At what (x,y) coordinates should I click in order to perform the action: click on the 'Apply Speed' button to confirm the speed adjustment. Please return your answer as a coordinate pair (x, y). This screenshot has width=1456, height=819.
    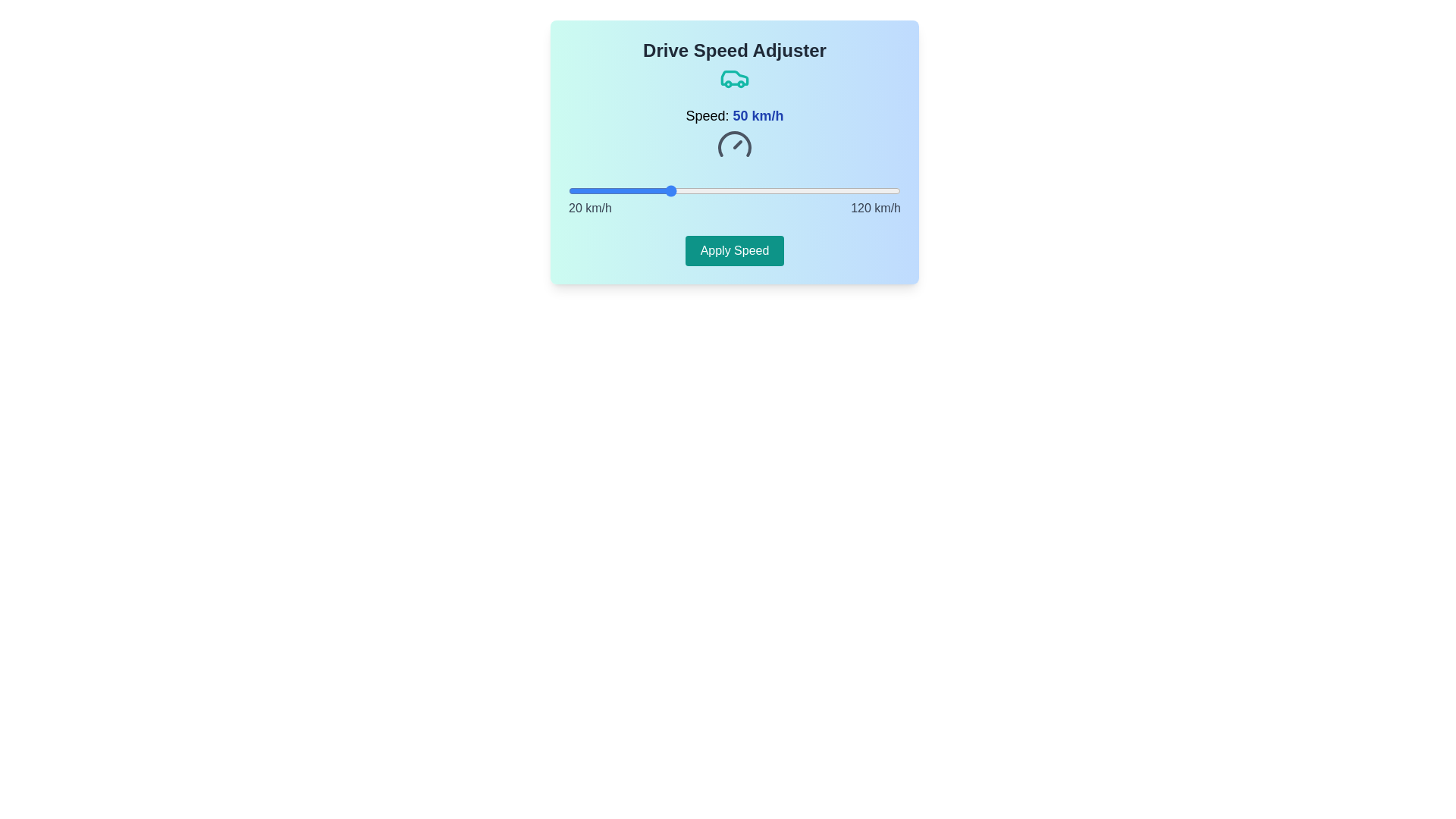
    Looking at the image, I should click on (735, 250).